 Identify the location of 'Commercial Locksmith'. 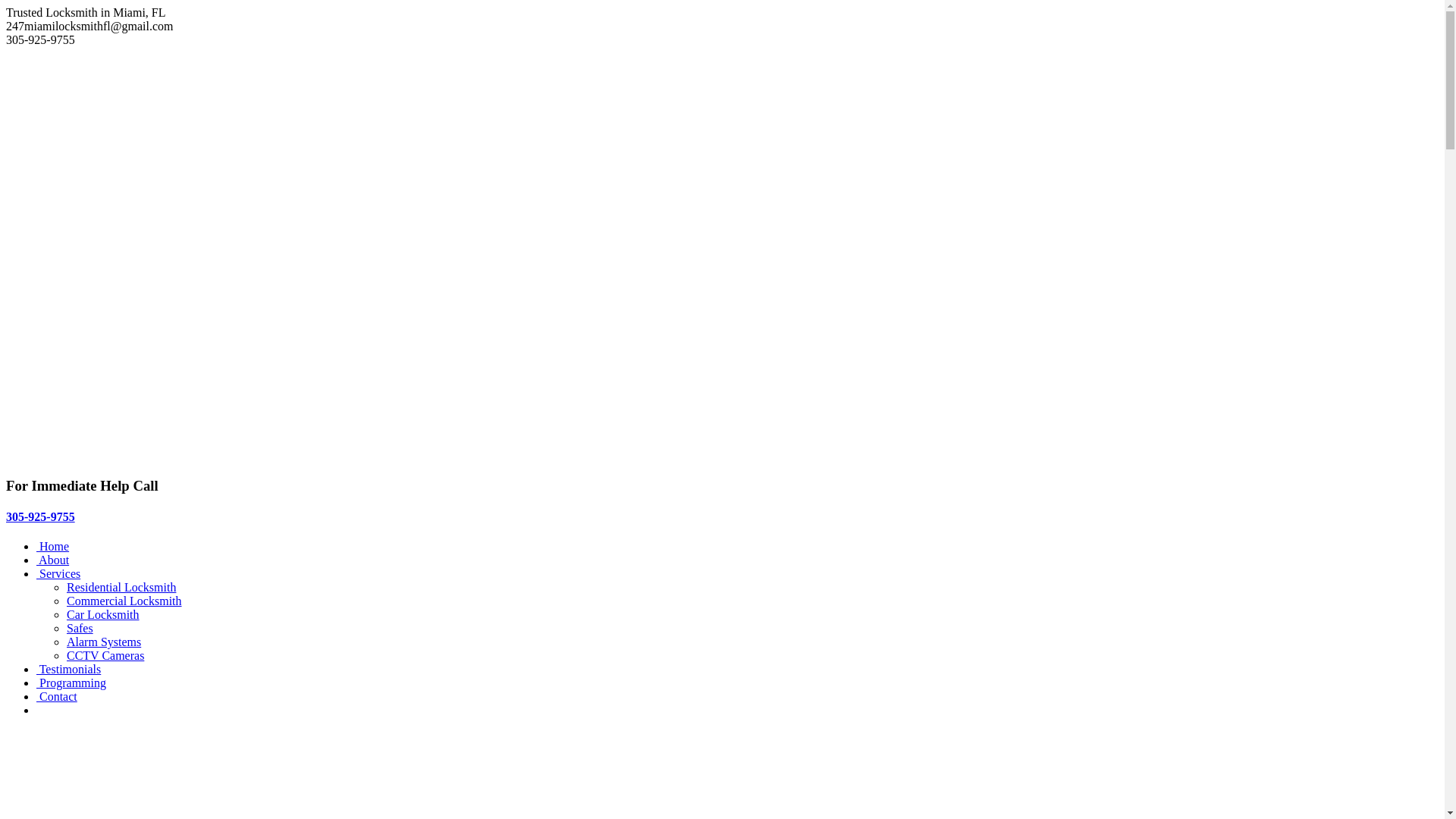
(65, 600).